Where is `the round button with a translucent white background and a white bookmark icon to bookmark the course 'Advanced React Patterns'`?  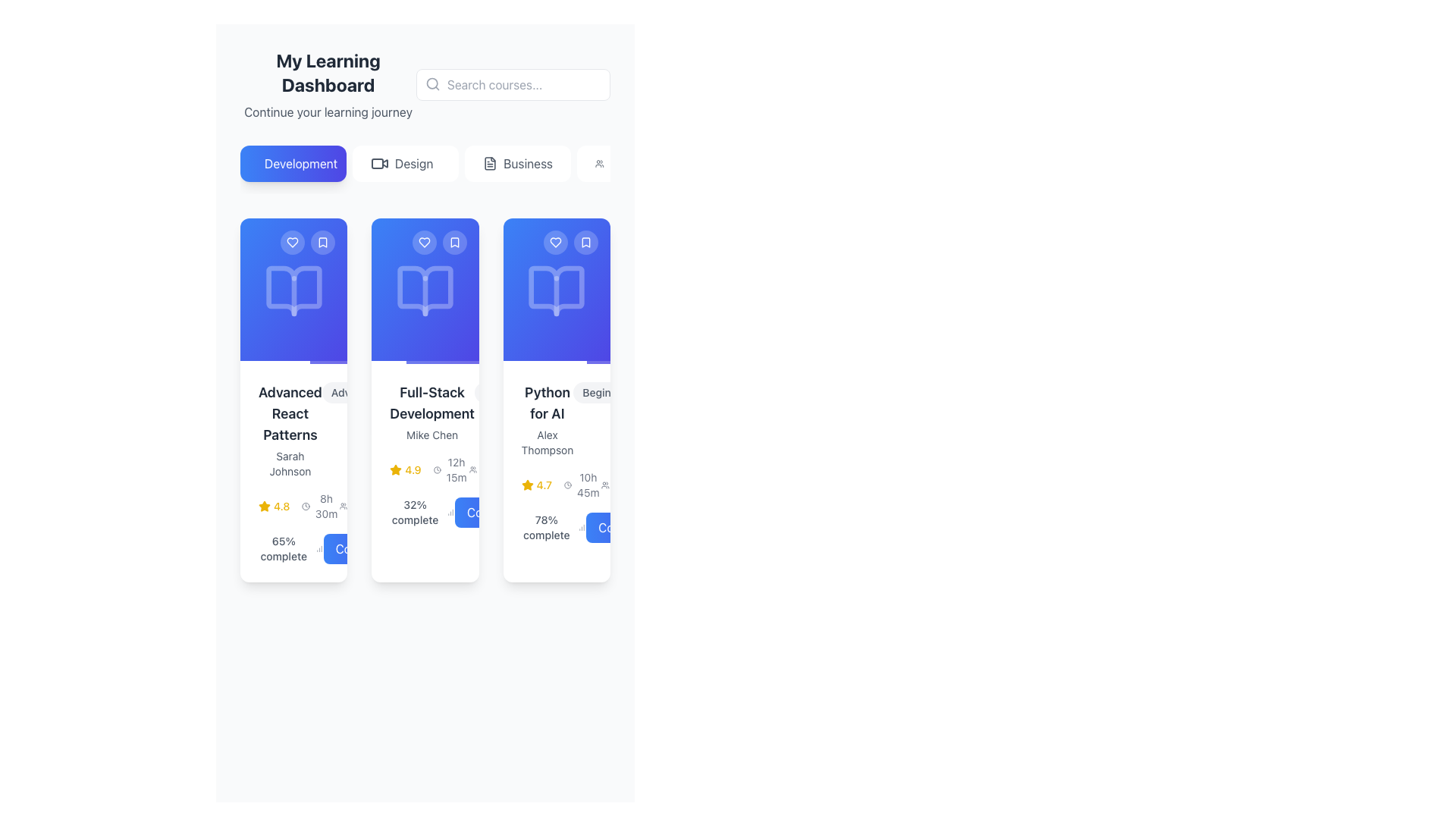
the round button with a translucent white background and a white bookmark icon to bookmark the course 'Advanced React Patterns' is located at coordinates (322, 242).